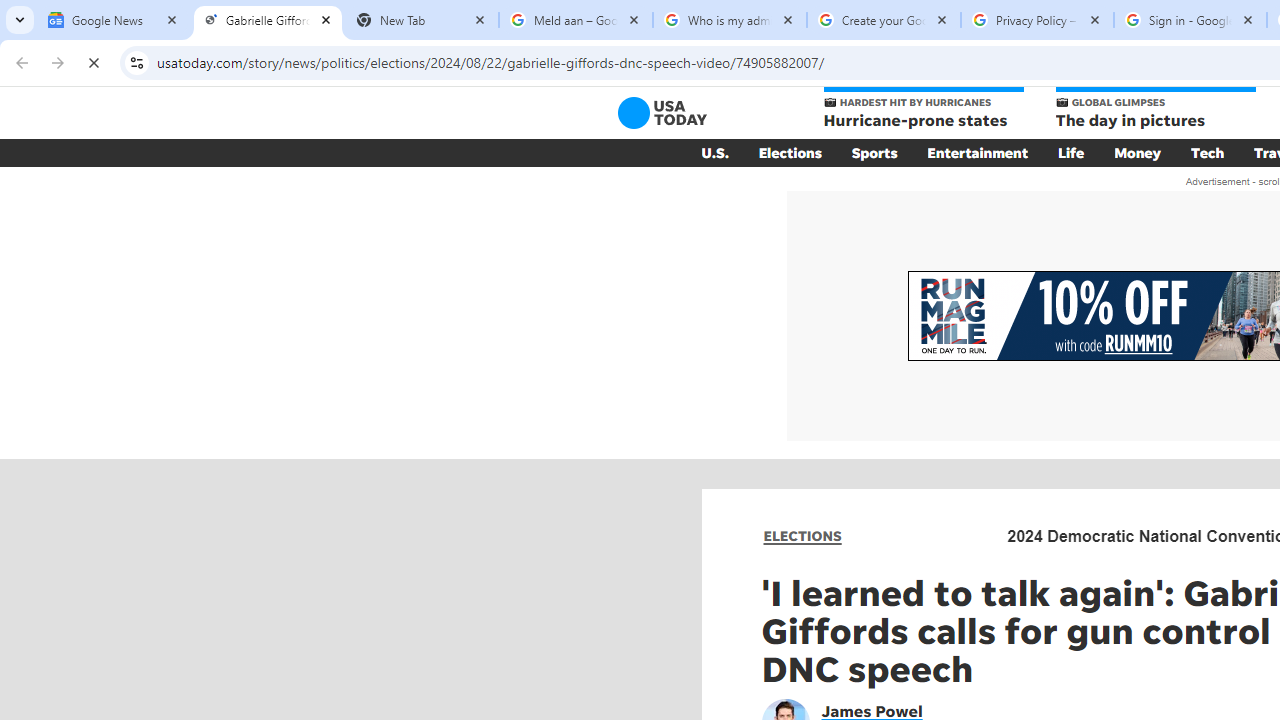 This screenshot has width=1280, height=720. What do you see at coordinates (874, 152) in the screenshot?
I see `'Sports'` at bounding box center [874, 152].